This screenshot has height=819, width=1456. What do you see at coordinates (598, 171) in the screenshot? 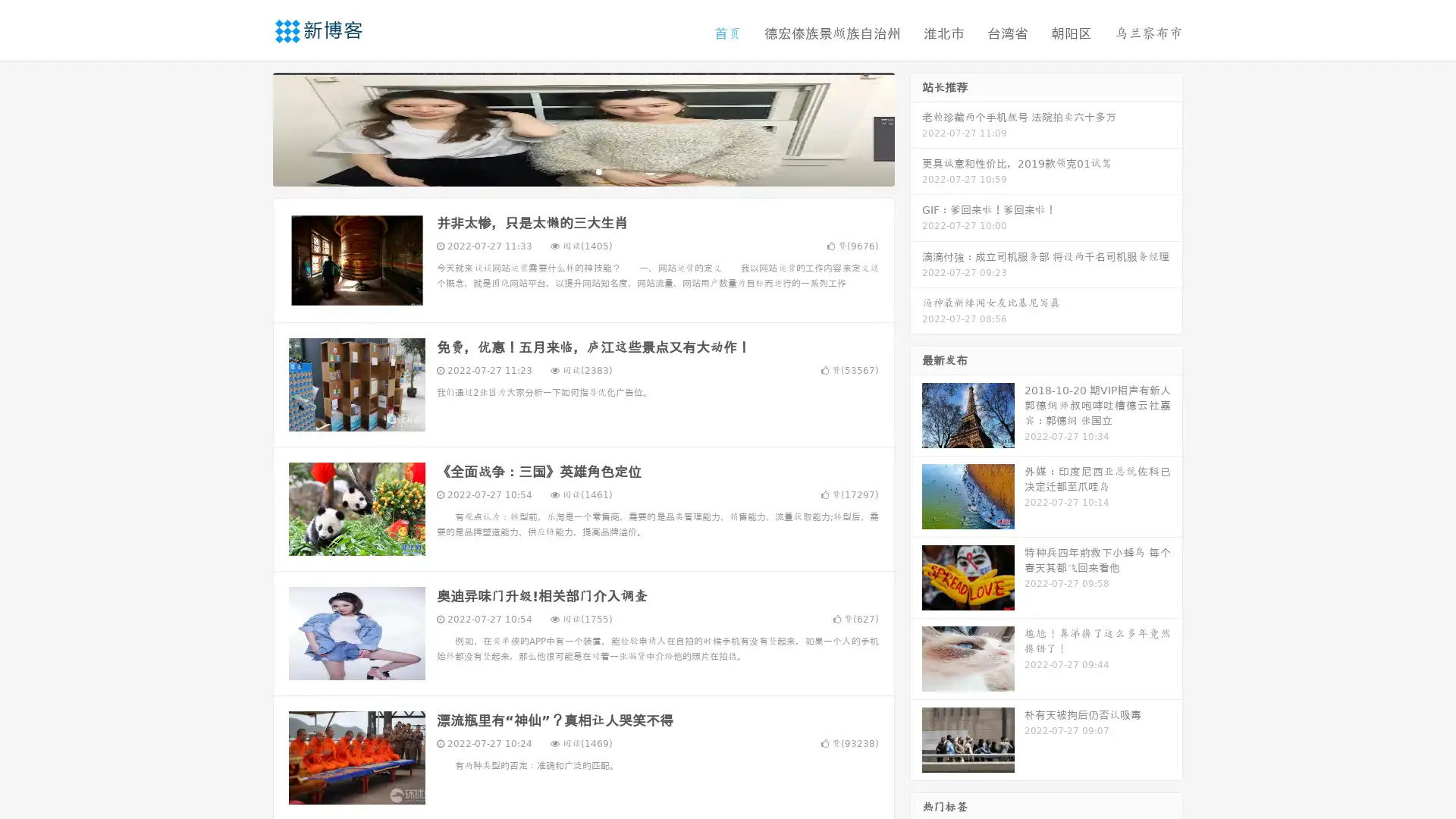
I see `Go to slide 3` at bounding box center [598, 171].